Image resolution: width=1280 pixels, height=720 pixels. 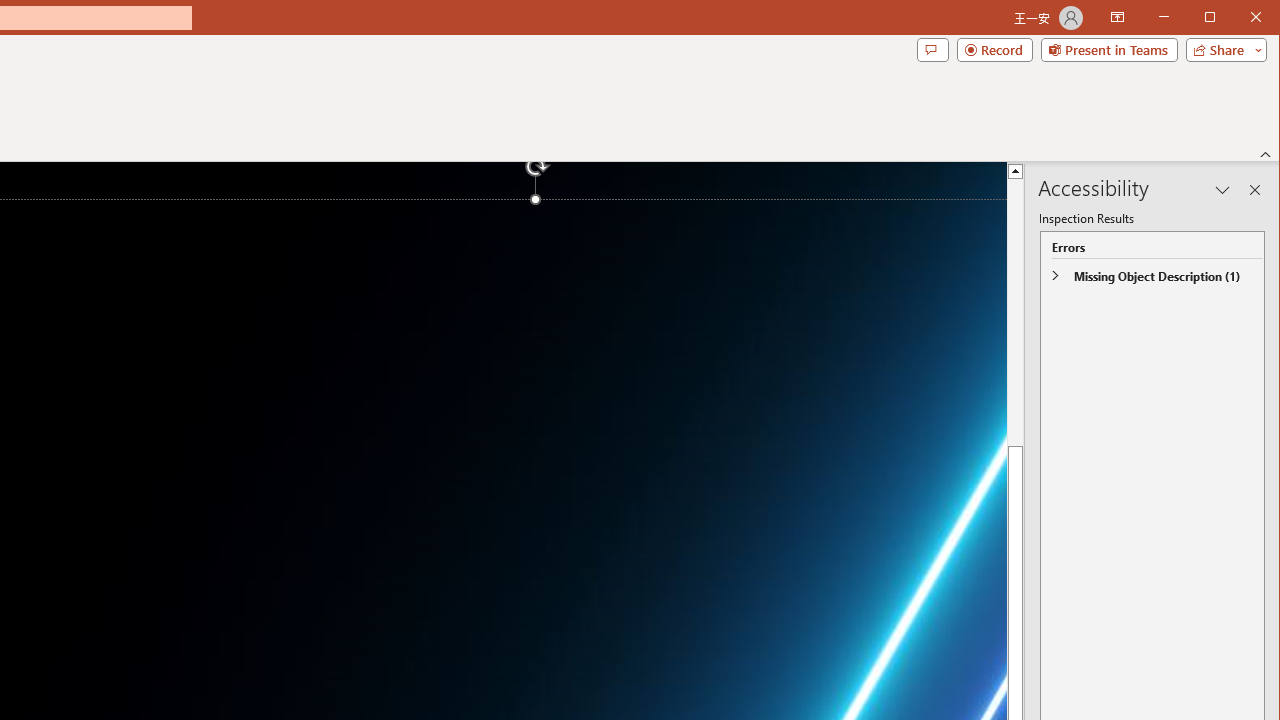 What do you see at coordinates (1265, 153) in the screenshot?
I see `'Collapse the Ribbon'` at bounding box center [1265, 153].